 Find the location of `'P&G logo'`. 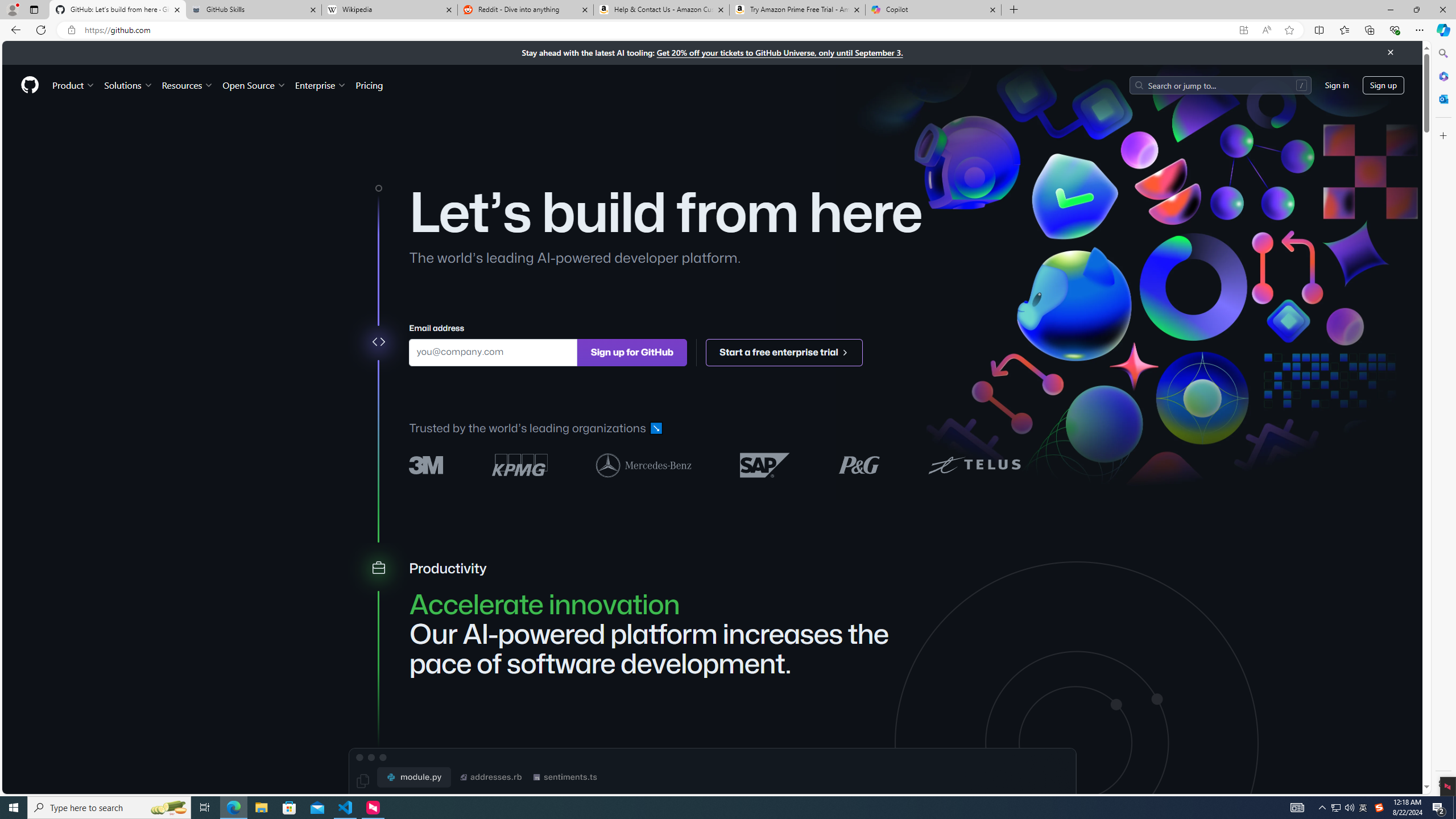

'P&G logo' is located at coordinates (858, 464).